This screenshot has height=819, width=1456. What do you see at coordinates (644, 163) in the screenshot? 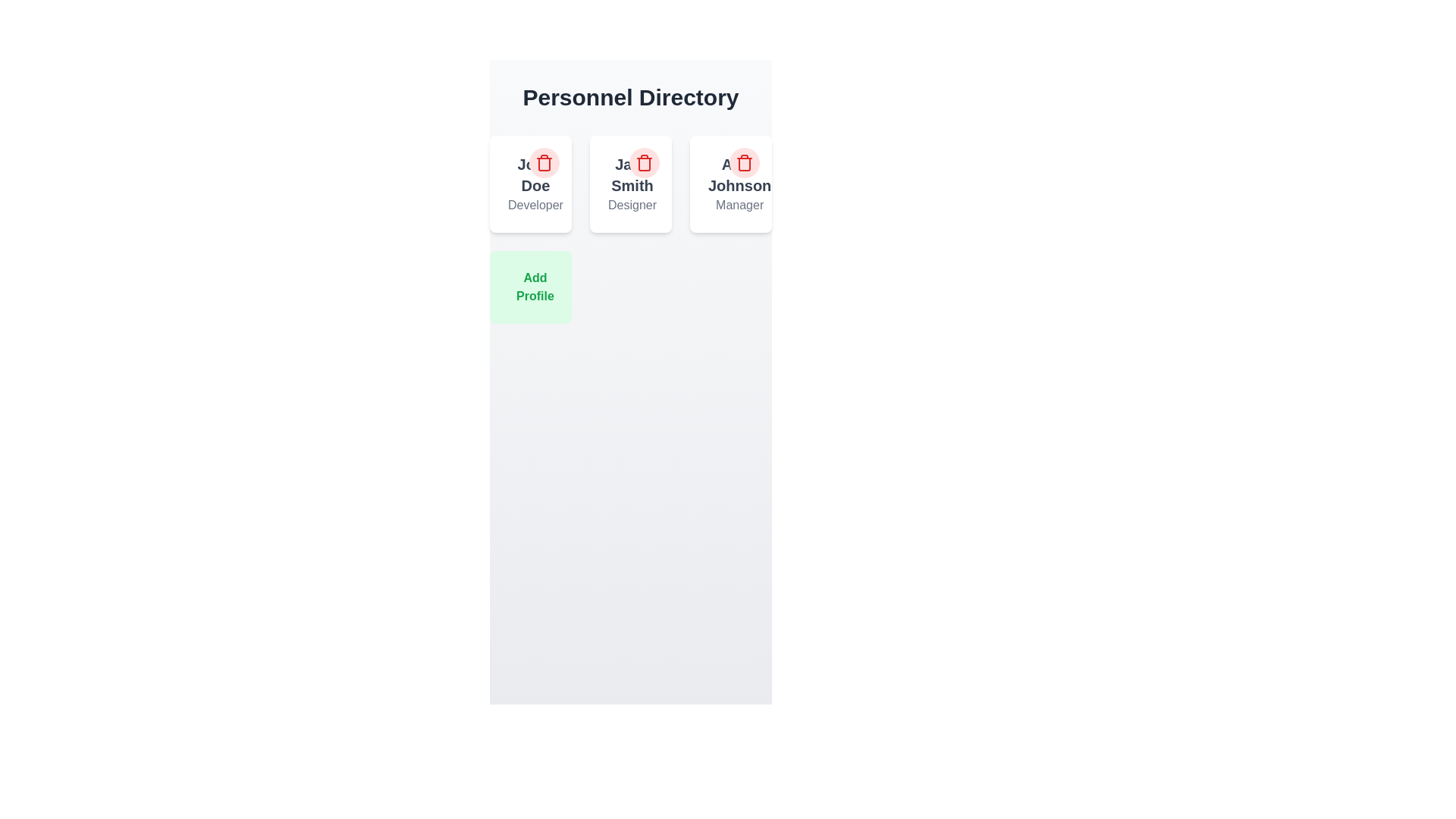
I see `the red trash bin icon located in the top-right corner of the card for 'Smith' the 'Designer'` at bounding box center [644, 163].